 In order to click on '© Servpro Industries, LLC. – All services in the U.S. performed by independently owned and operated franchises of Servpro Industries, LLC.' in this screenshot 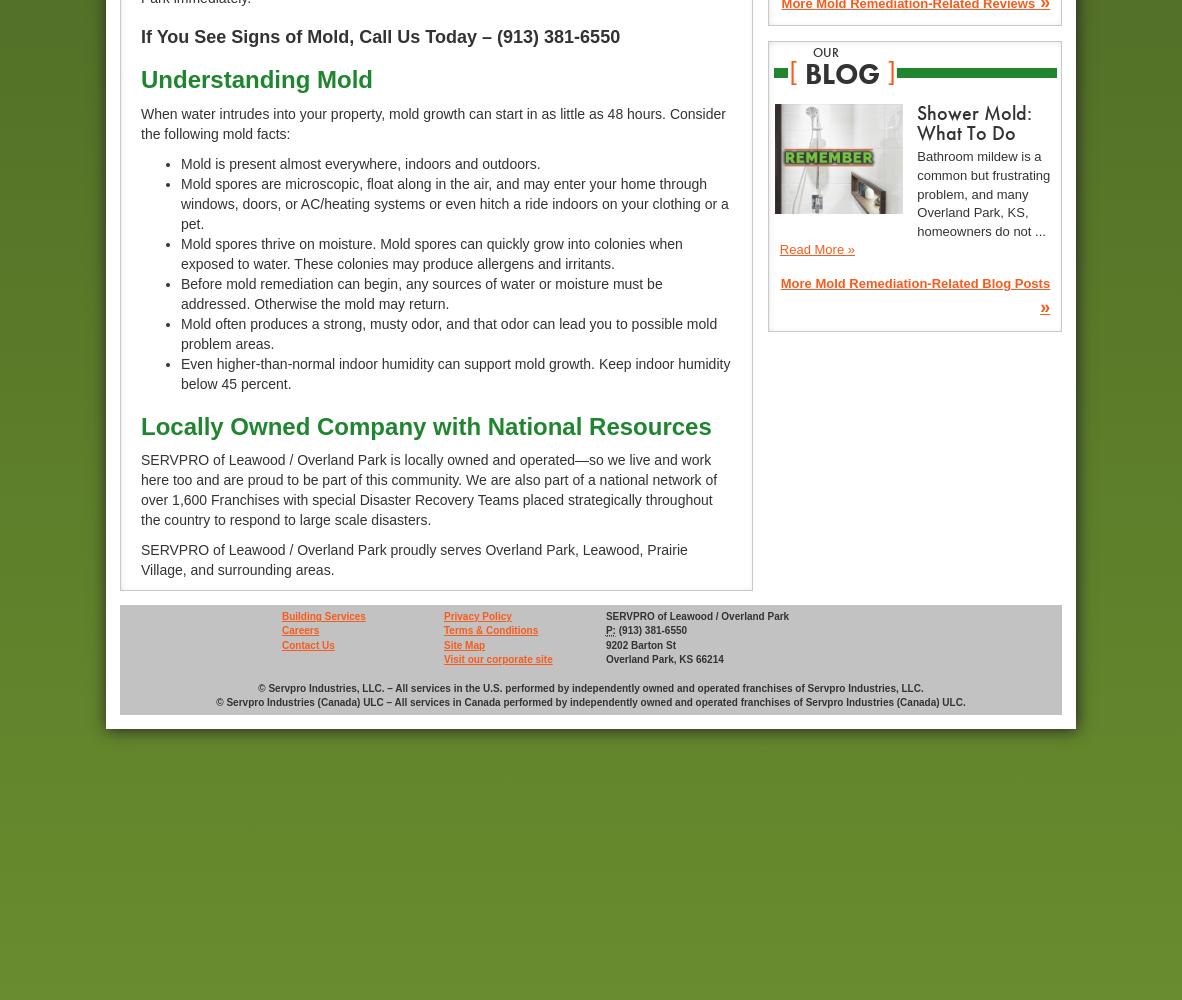, I will do `click(590, 687)`.